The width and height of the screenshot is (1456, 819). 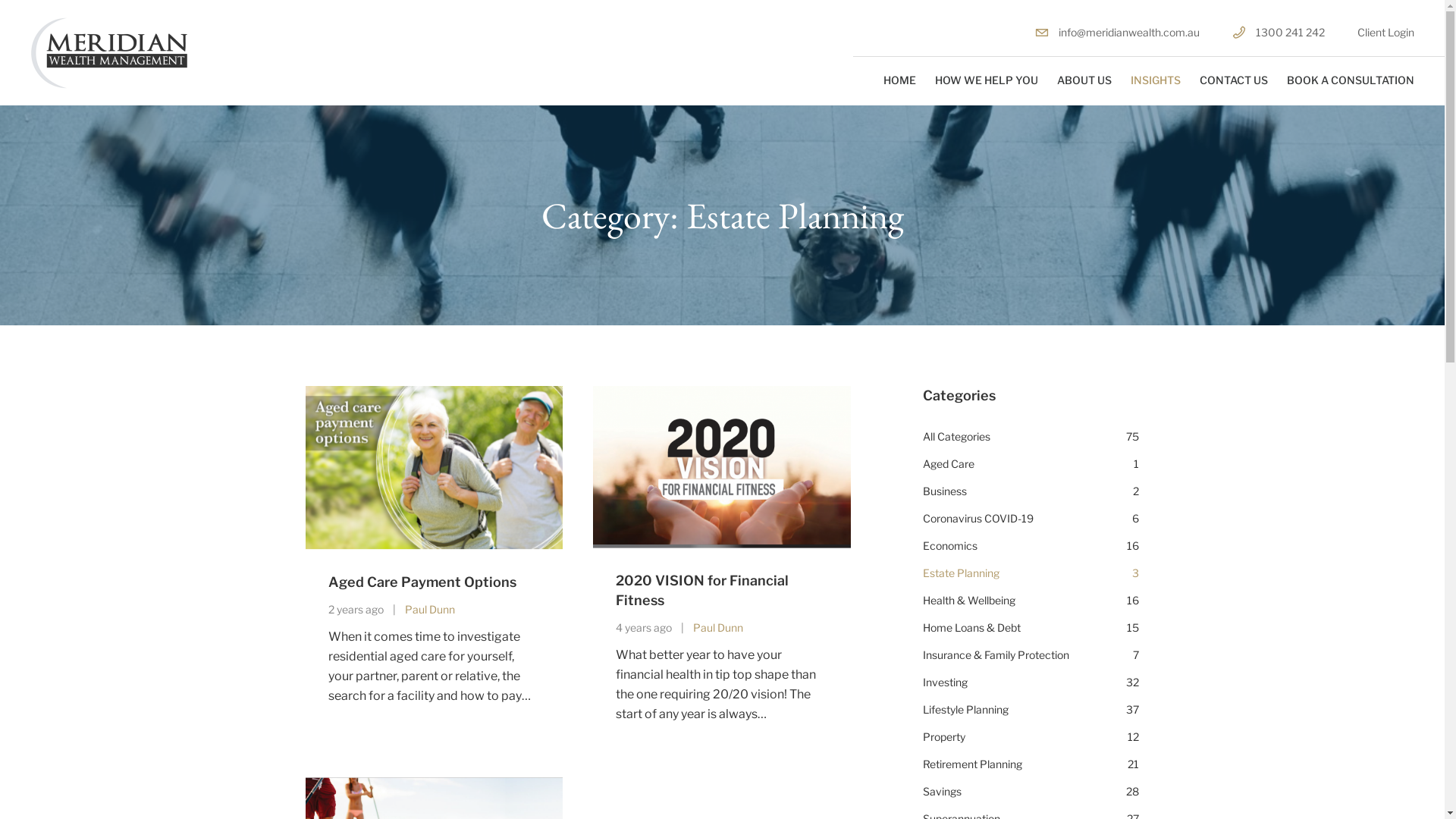 What do you see at coordinates (1031, 764) in the screenshot?
I see `'Retirement Planning` at bounding box center [1031, 764].